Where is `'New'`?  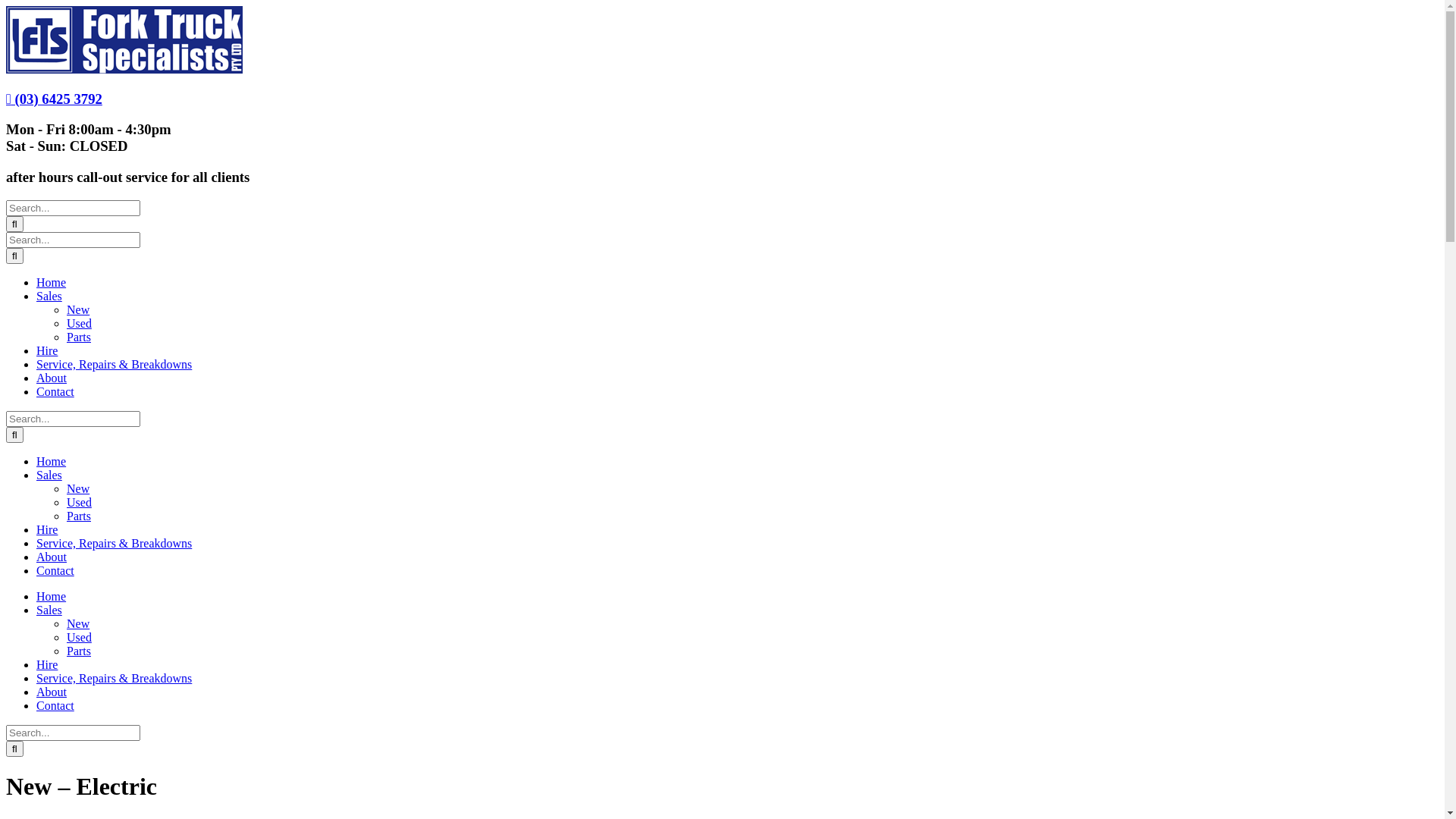 'New' is located at coordinates (77, 623).